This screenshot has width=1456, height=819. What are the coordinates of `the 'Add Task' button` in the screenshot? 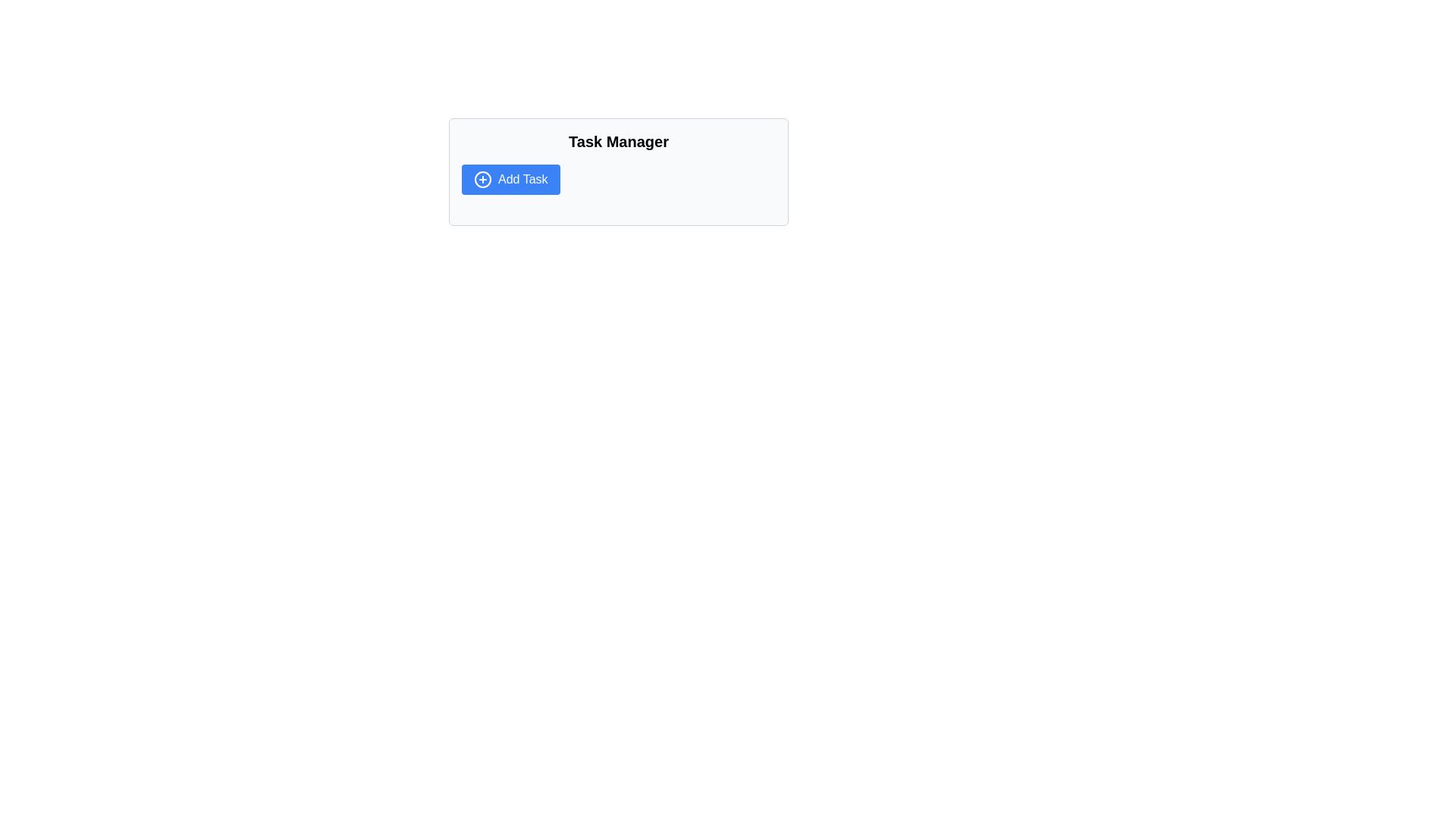 It's located at (510, 178).